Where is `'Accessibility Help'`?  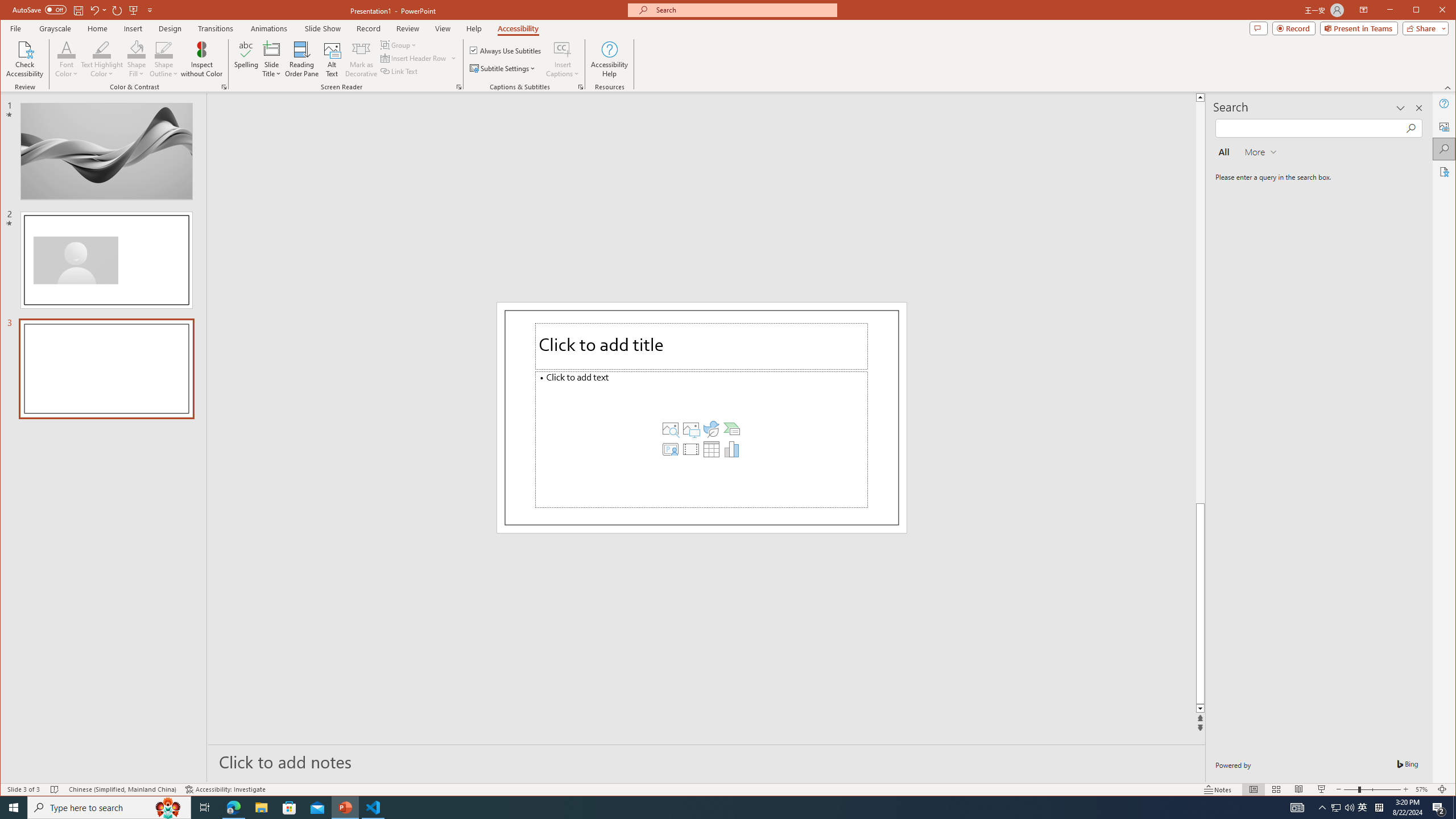
'Accessibility Help' is located at coordinates (609, 59).